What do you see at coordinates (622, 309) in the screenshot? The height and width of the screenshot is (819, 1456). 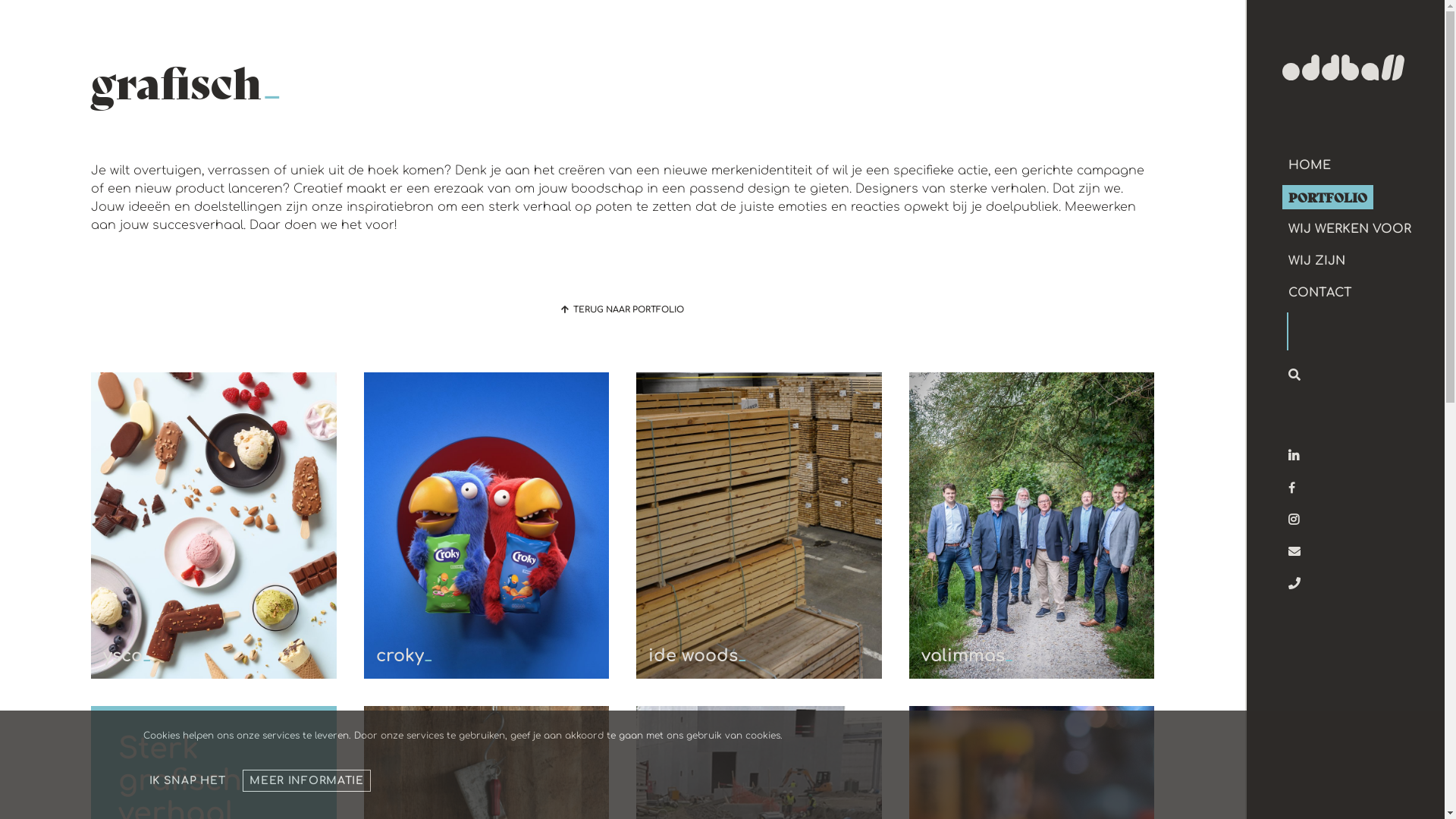 I see `'TERUG NAAR PORTFOLIO'` at bounding box center [622, 309].